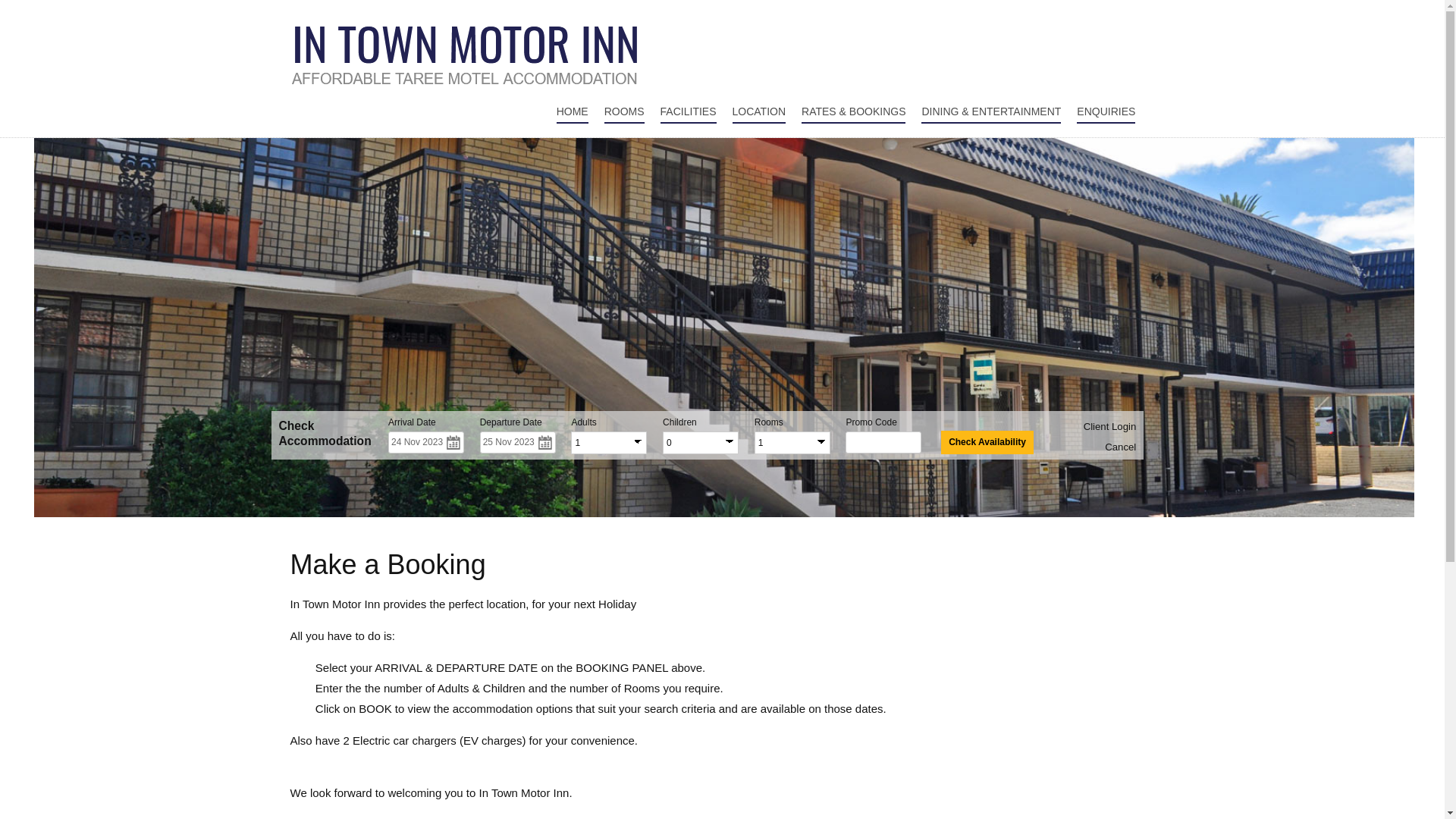  Describe the element at coordinates (1110, 426) in the screenshot. I see `'Client Login'` at that location.